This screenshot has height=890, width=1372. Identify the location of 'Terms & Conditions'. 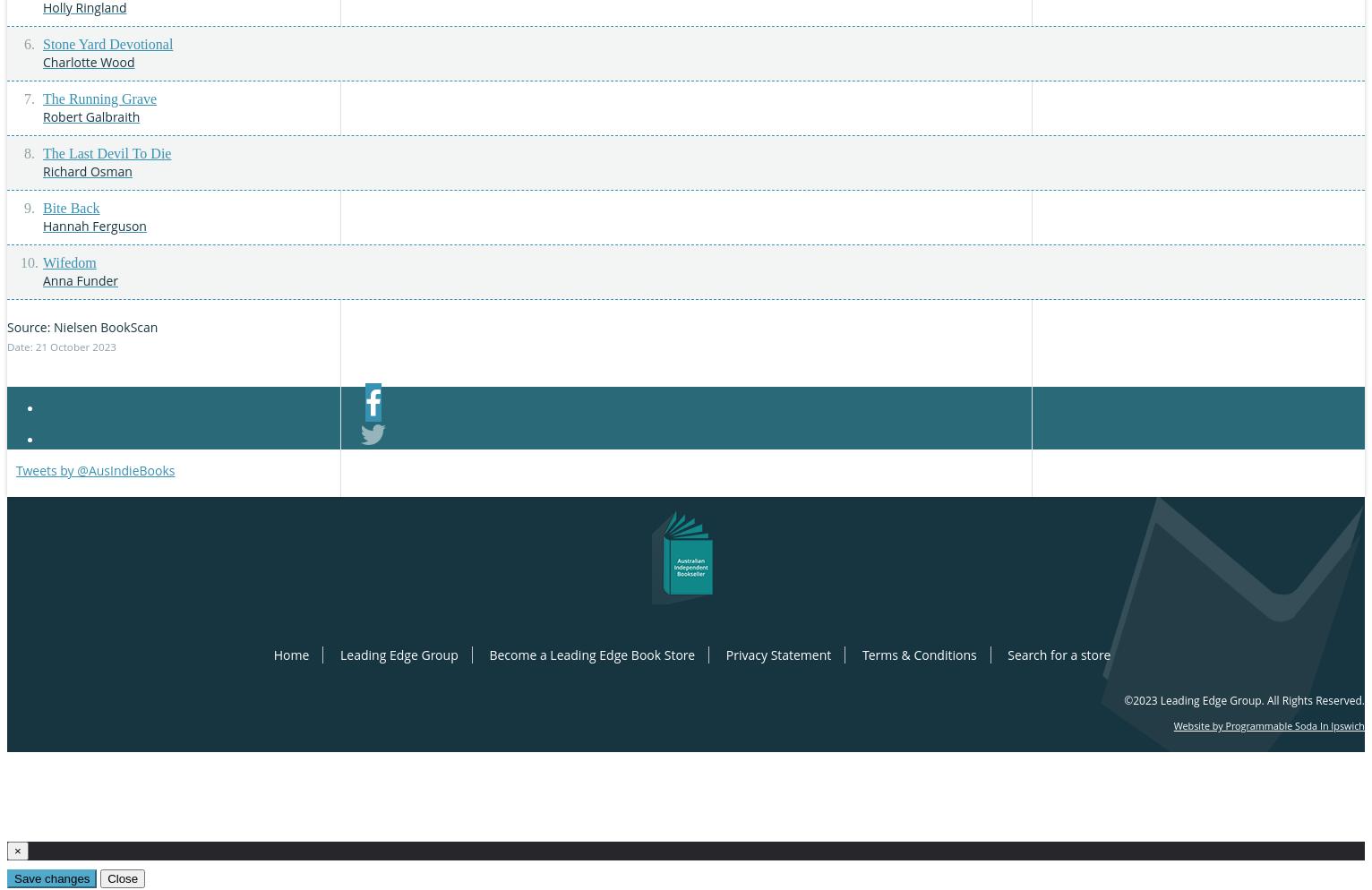
(918, 655).